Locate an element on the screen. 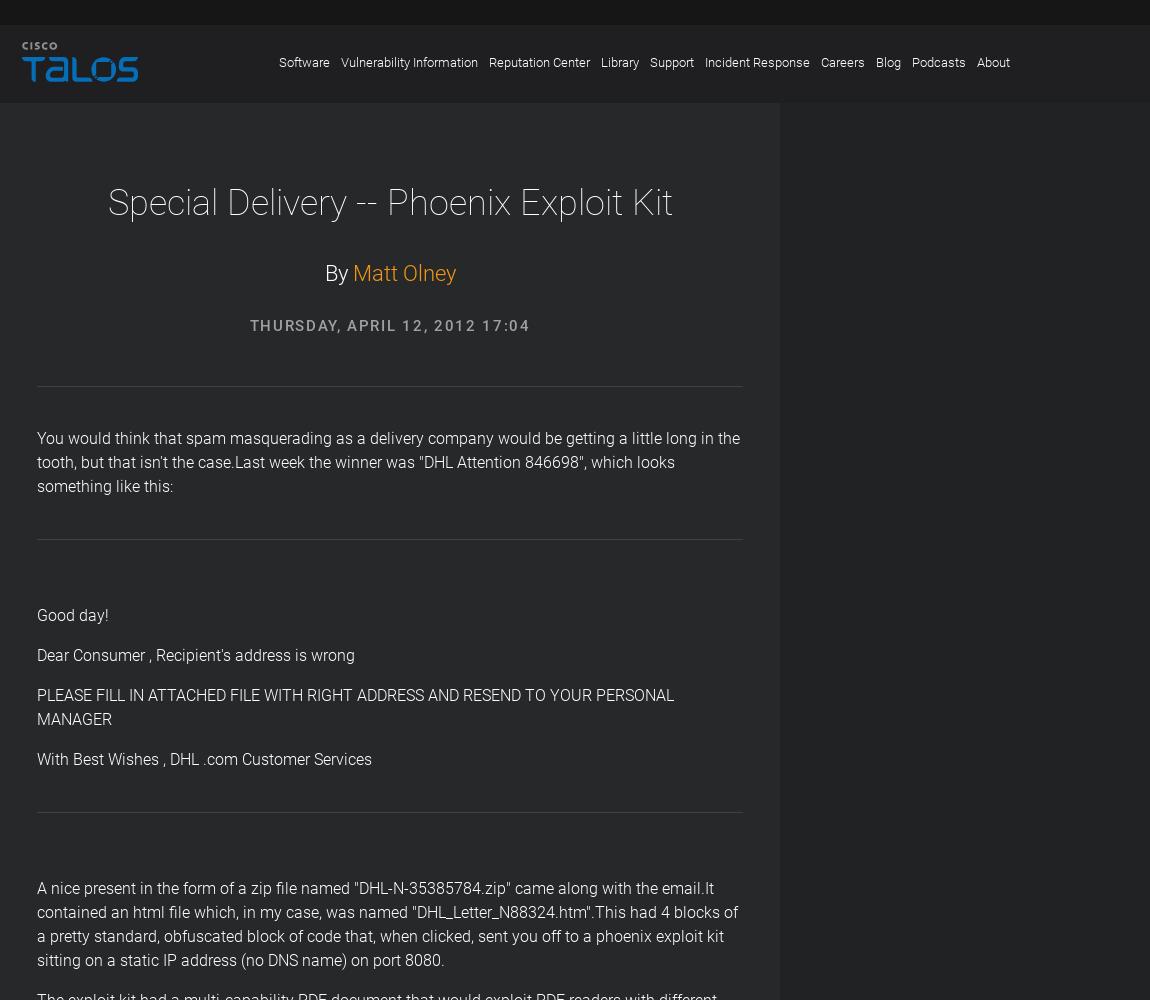  'Good day!' is located at coordinates (72, 614).